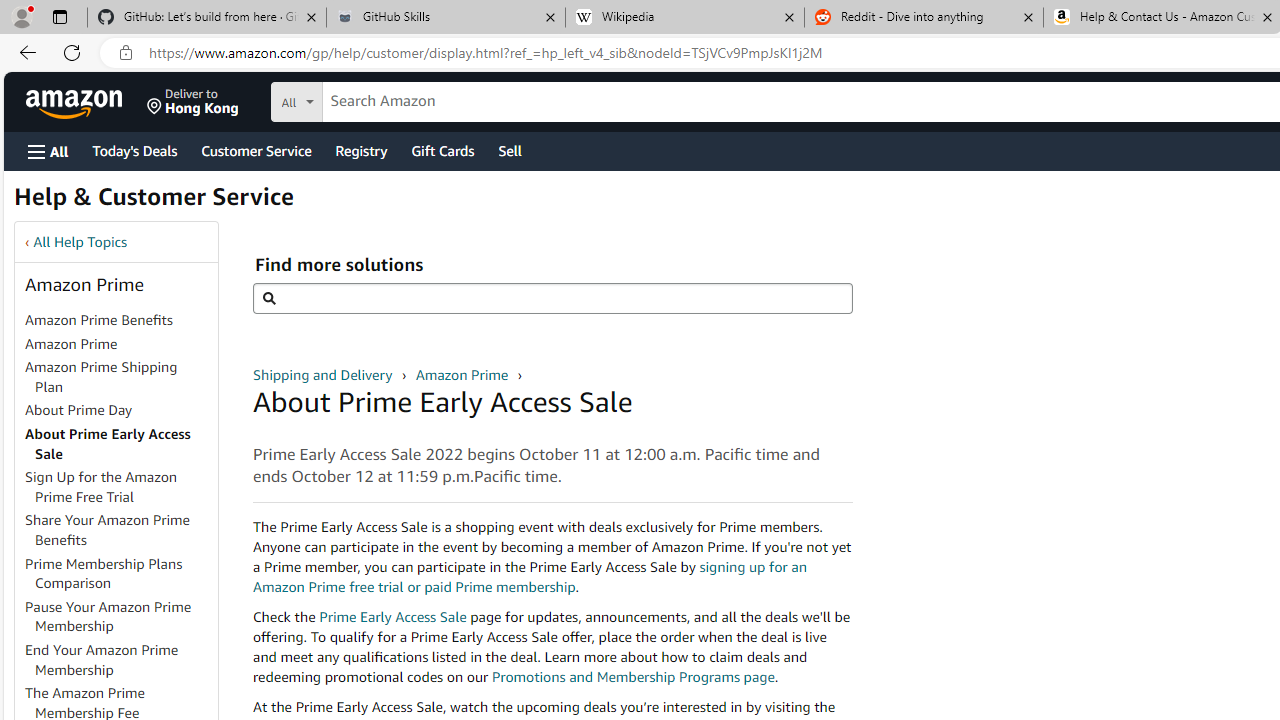  Describe the element at coordinates (119, 378) in the screenshot. I see `'Amazon Prime Shipping Plan'` at that location.